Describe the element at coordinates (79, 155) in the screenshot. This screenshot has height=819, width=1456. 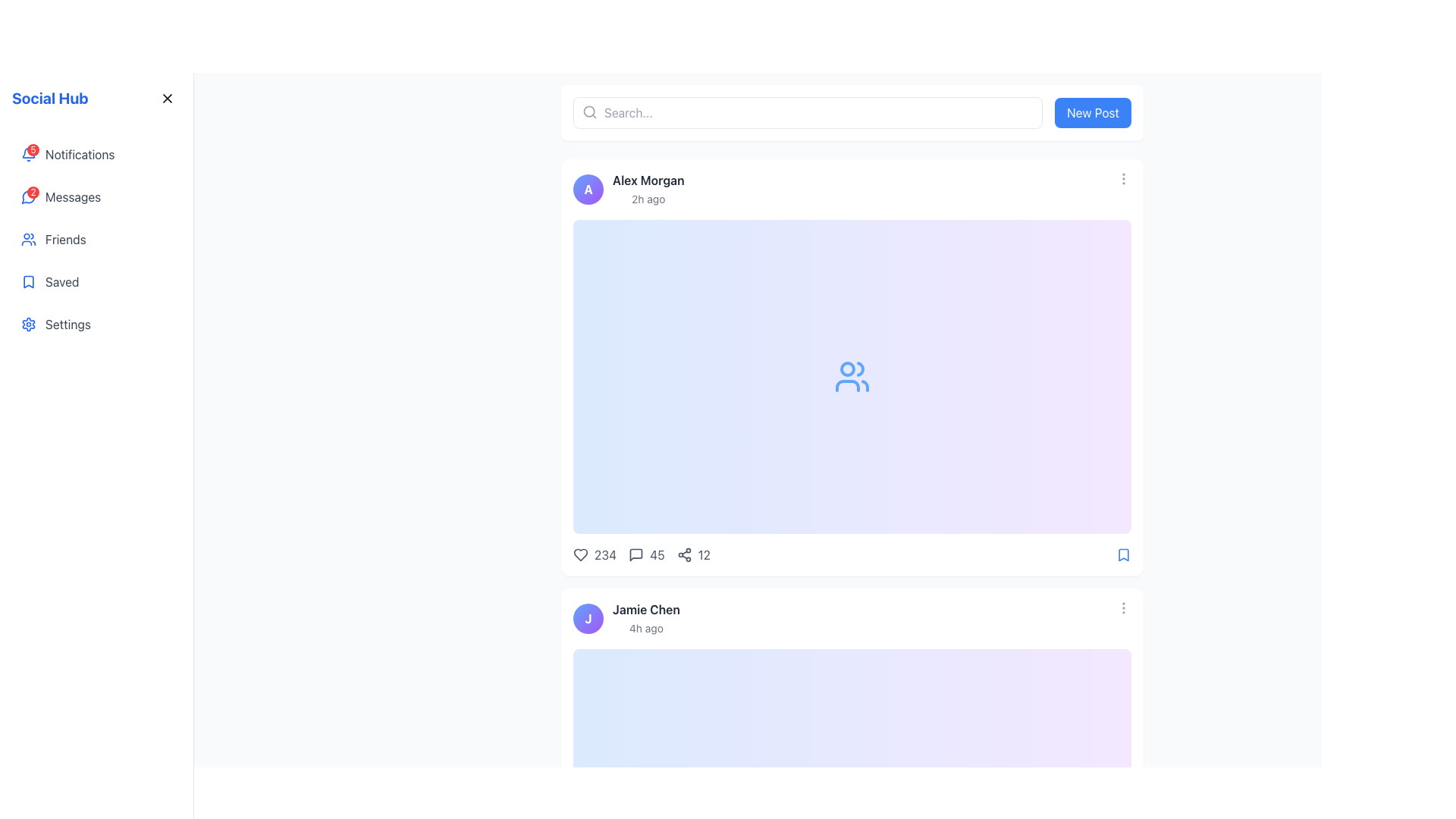
I see `the 'Notifications' text label in the sidebar menu, which identifies the notifications section of the interface` at that location.